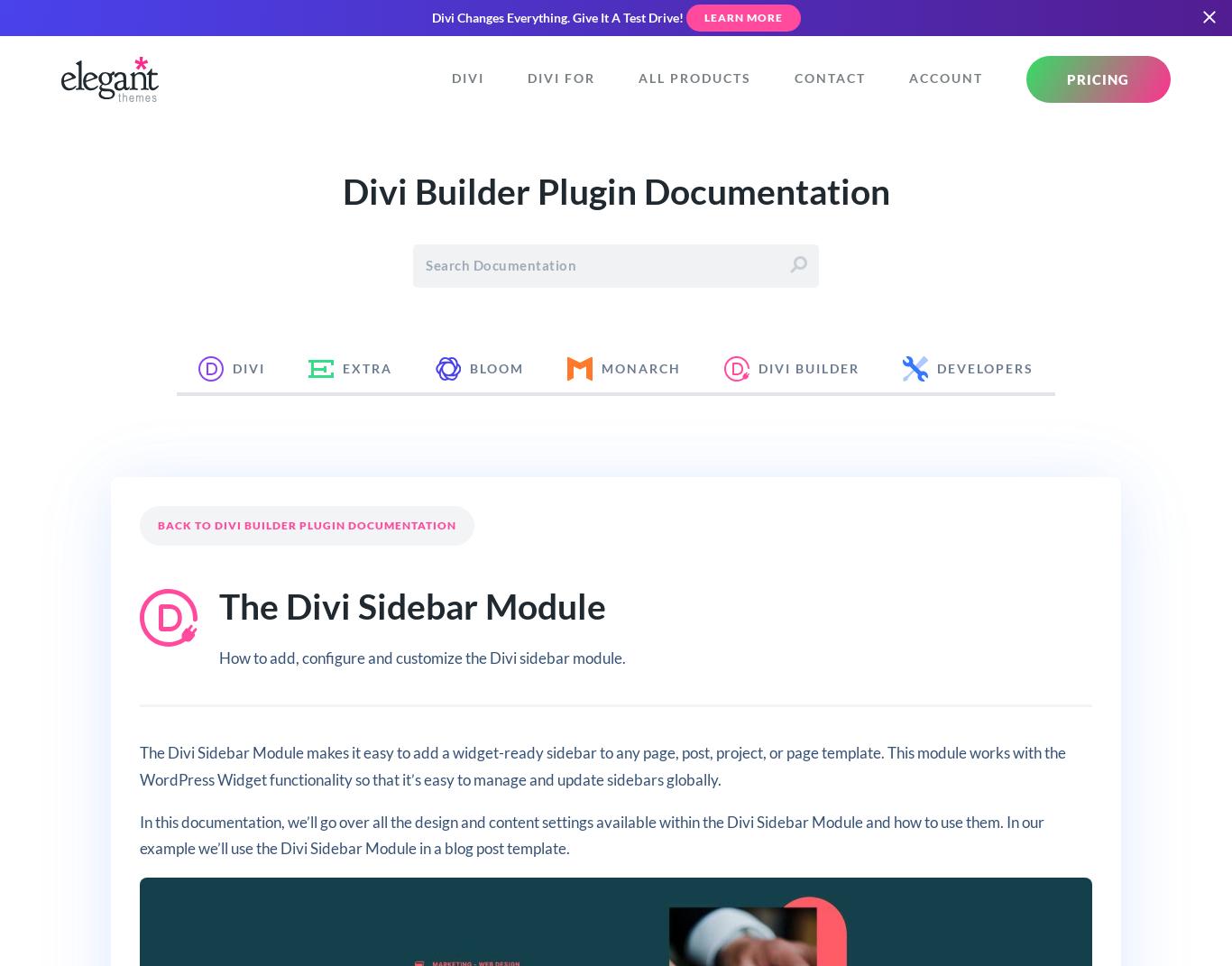 The image size is (1232, 966). Describe the element at coordinates (366, 368) in the screenshot. I see `'Extra'` at that location.